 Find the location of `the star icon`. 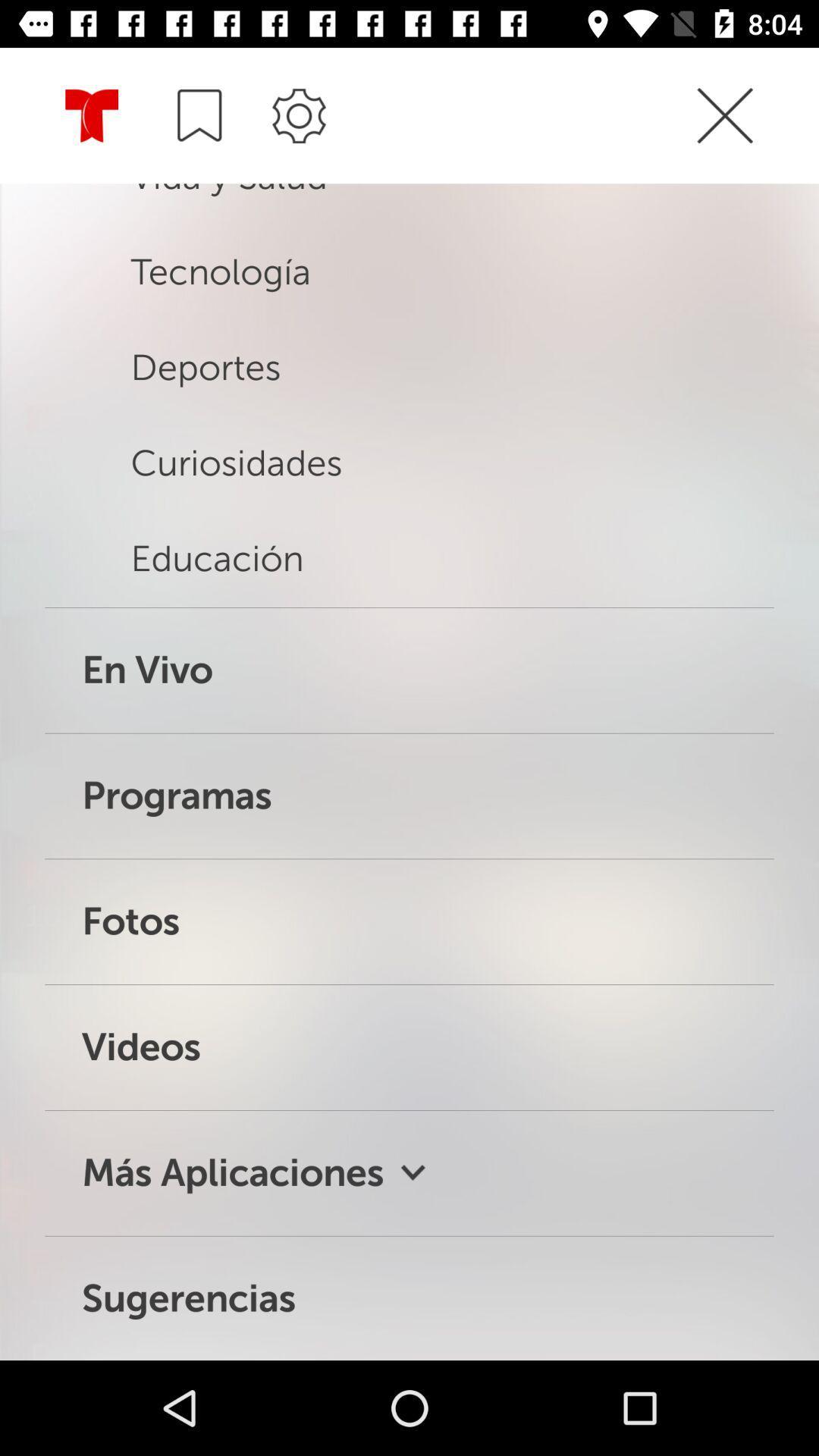

the star icon is located at coordinates (92, 116).